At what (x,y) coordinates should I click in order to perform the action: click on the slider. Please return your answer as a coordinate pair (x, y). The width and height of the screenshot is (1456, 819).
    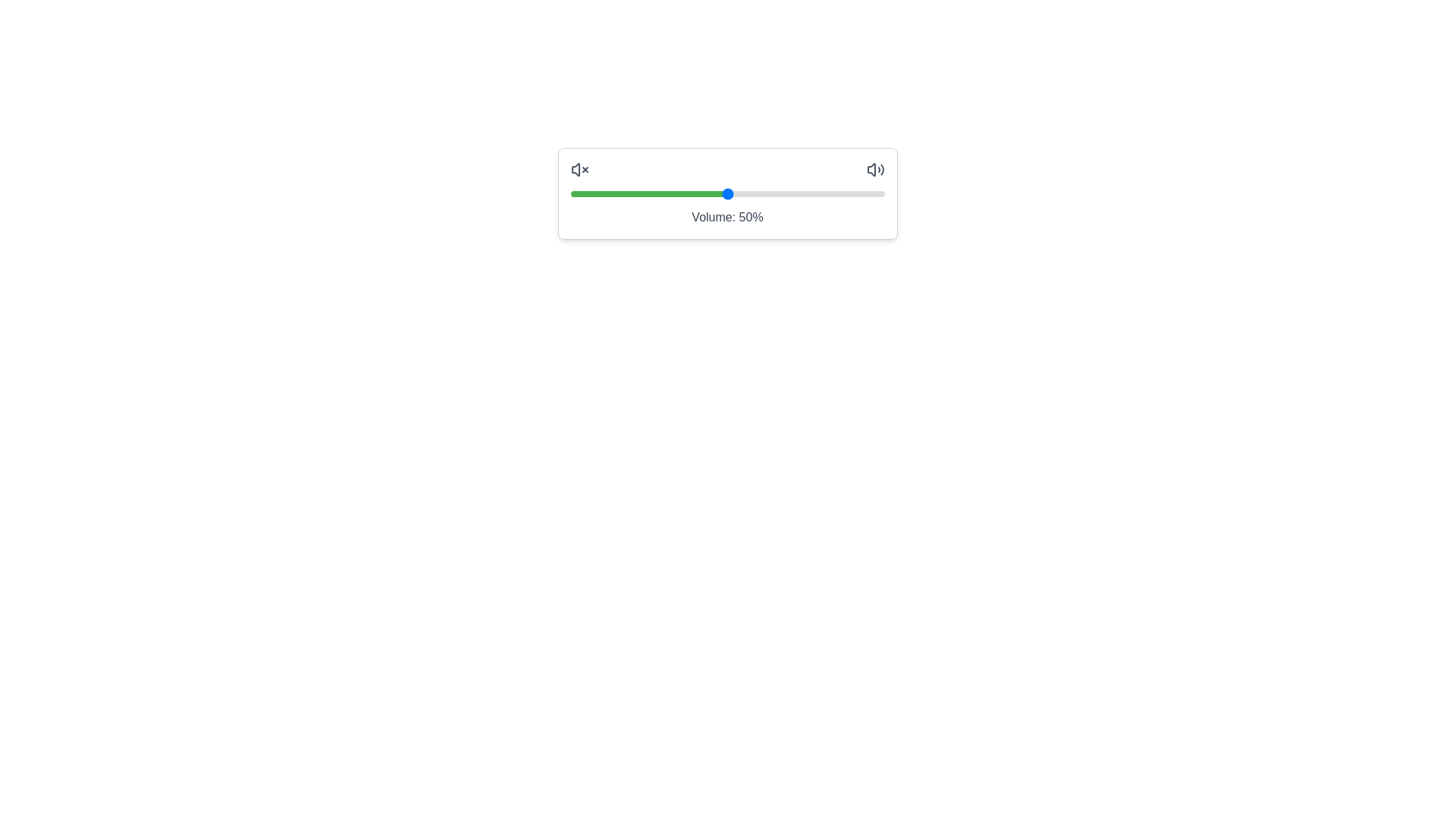
    Looking at the image, I should click on (752, 193).